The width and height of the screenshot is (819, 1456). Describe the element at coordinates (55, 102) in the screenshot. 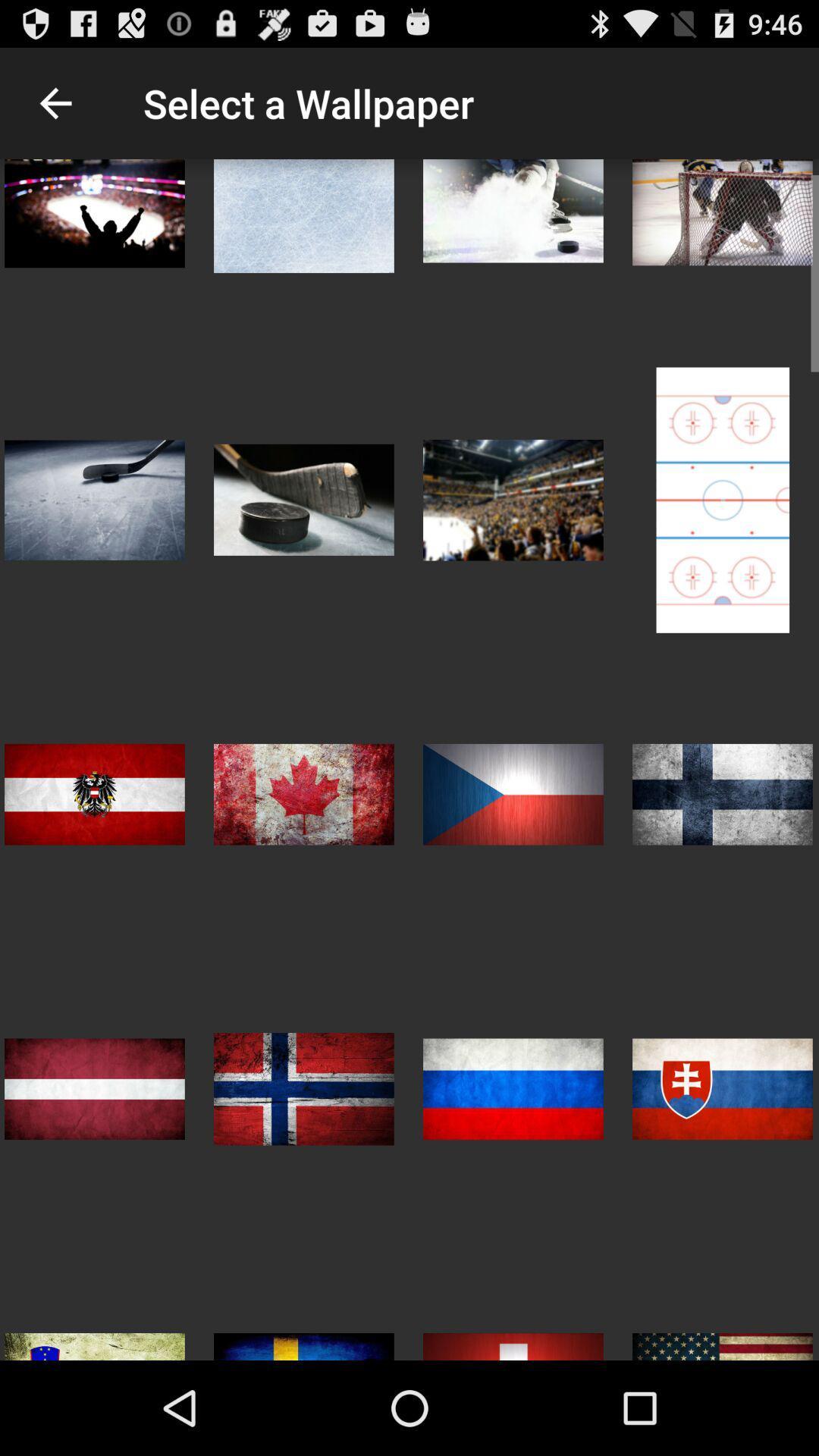

I see `icon to the left of select a wallpaper item` at that location.